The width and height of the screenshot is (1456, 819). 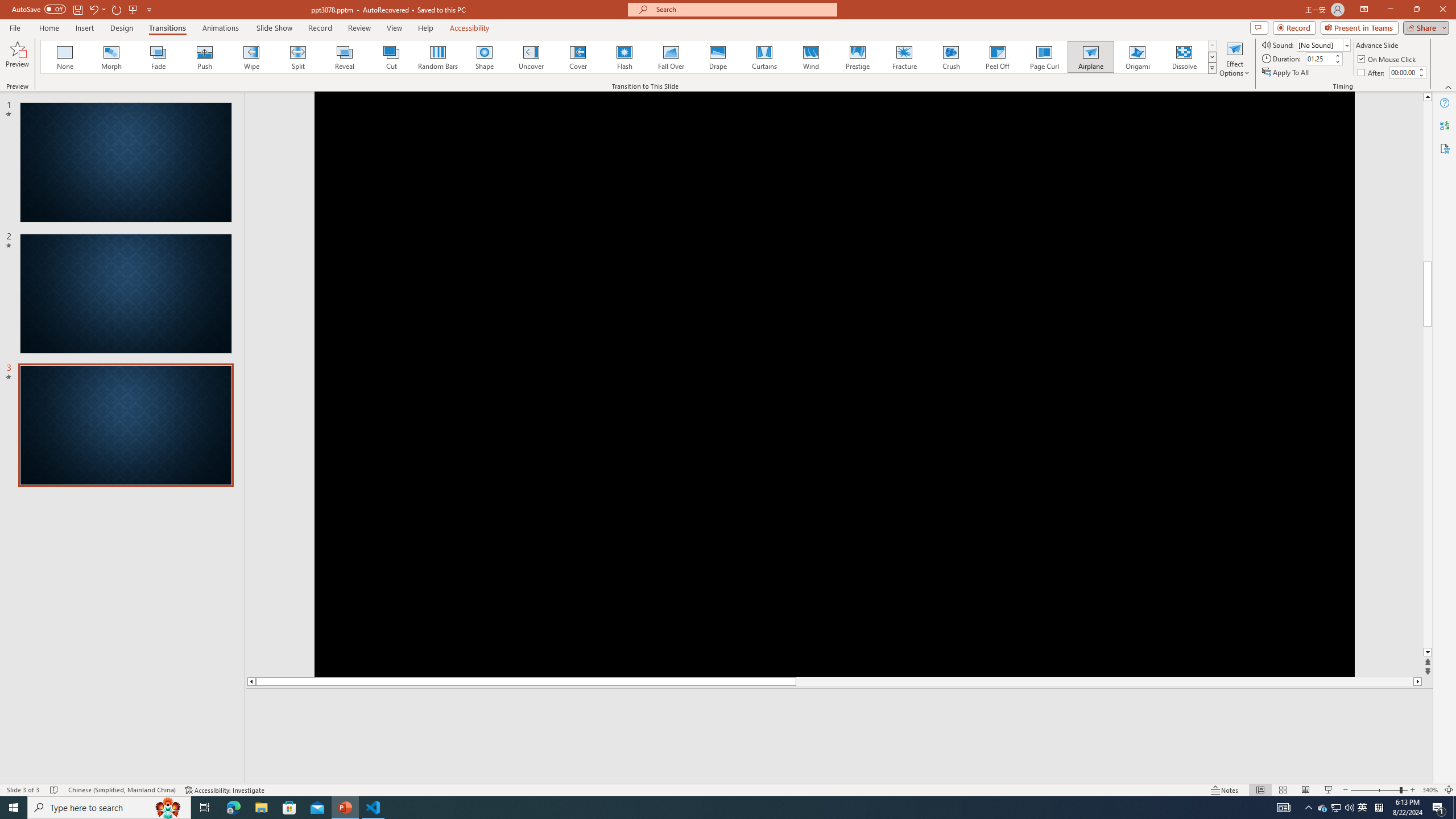 I want to click on 'Duration', so click(x=1319, y=58).